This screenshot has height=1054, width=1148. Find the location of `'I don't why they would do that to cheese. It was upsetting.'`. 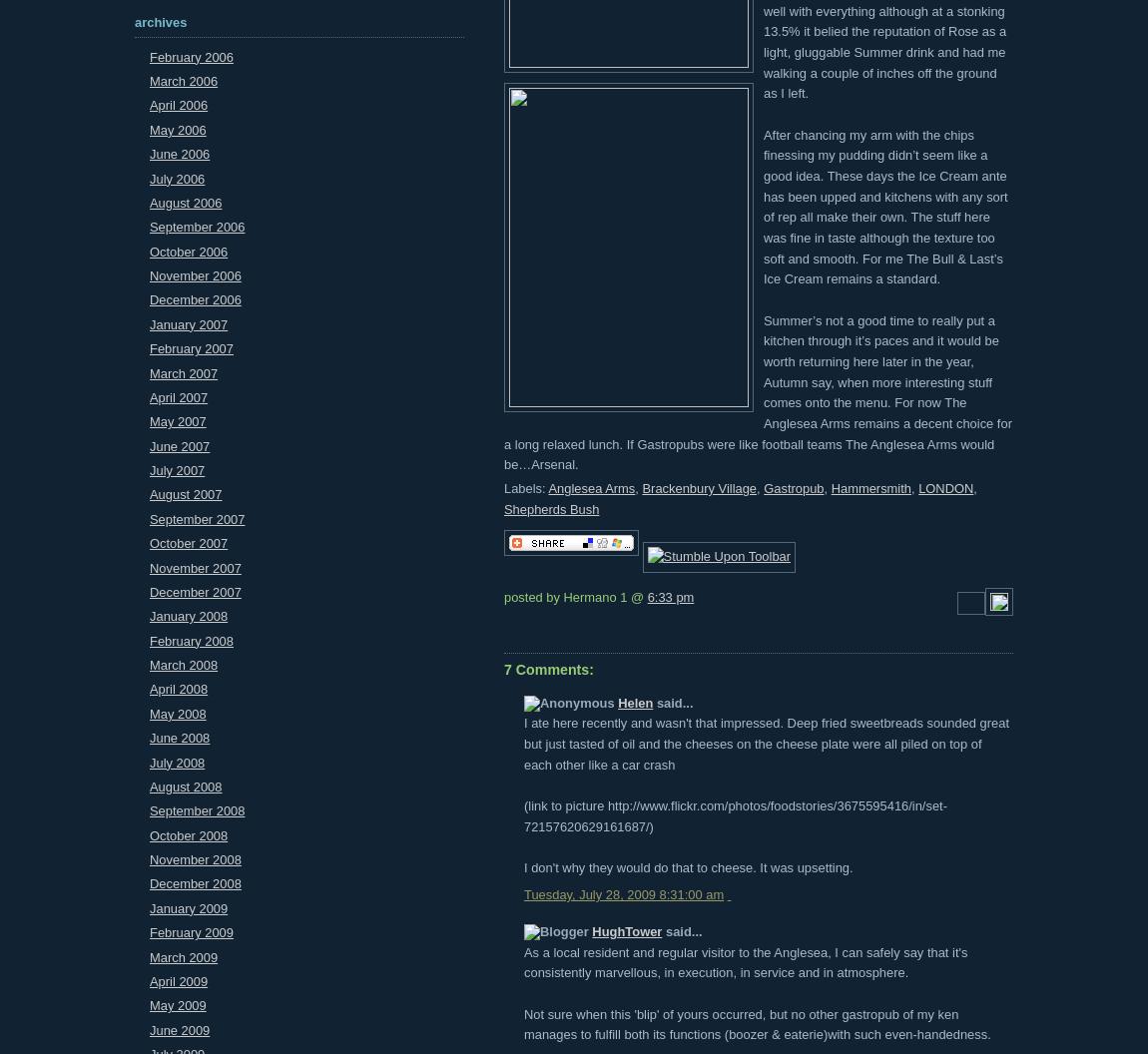

'I don't why they would do that to cheese. It was upsetting.' is located at coordinates (687, 866).